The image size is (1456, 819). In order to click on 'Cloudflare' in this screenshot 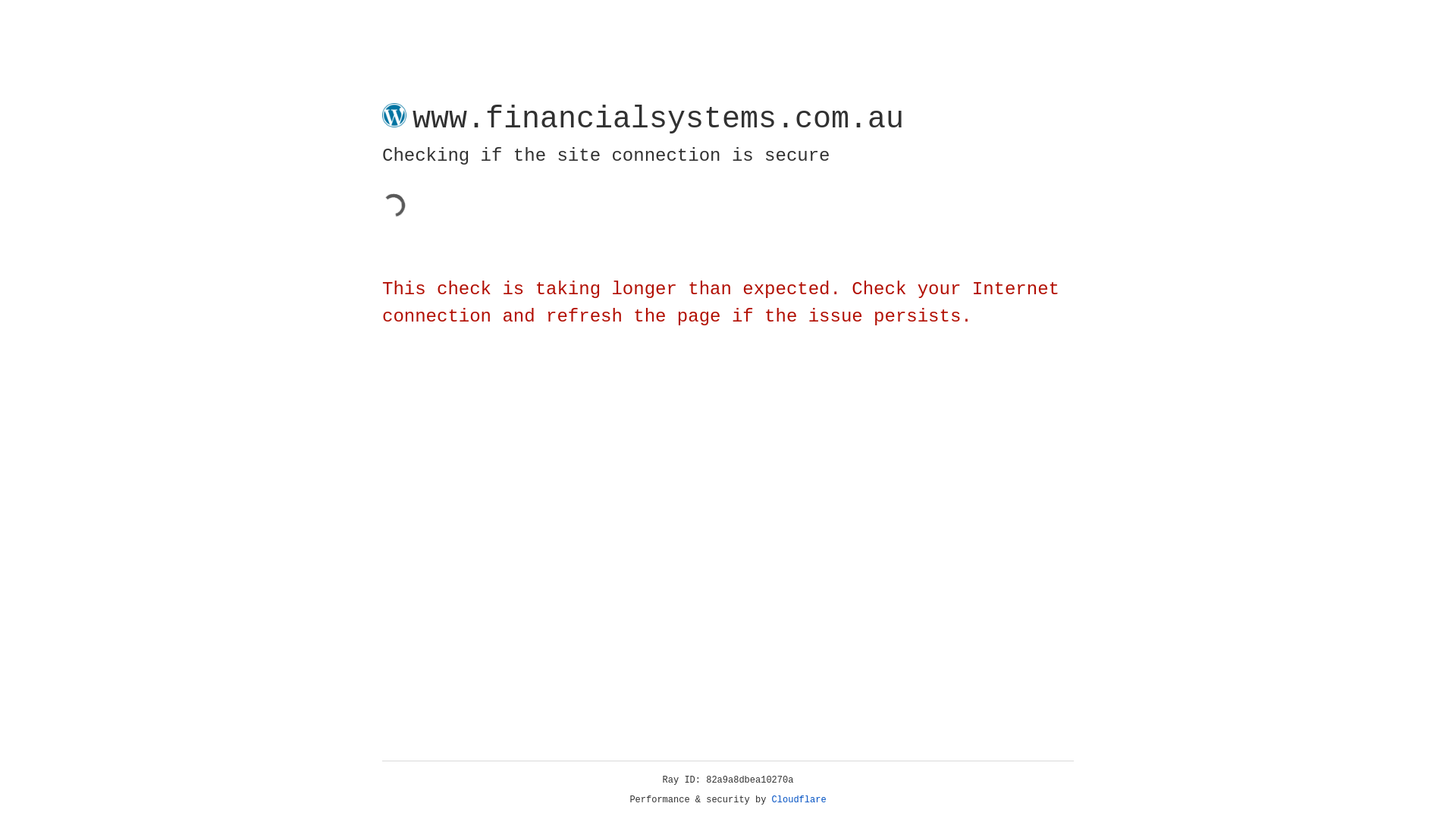, I will do `click(799, 799)`.